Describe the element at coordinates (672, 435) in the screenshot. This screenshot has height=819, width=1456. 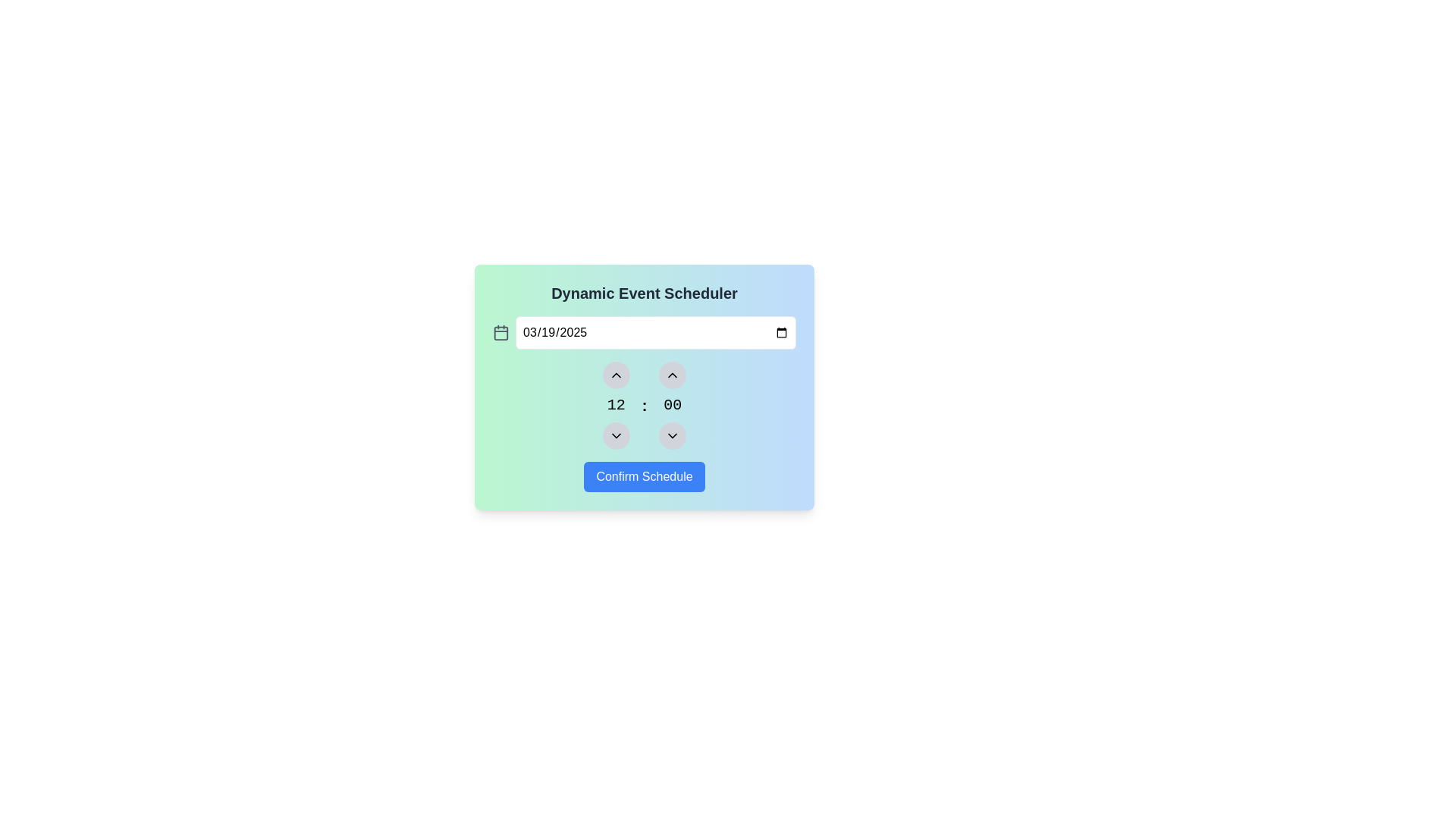
I see `the downwards arrow button intended for decrementing the value of the numeric time display ('00') above it` at that location.